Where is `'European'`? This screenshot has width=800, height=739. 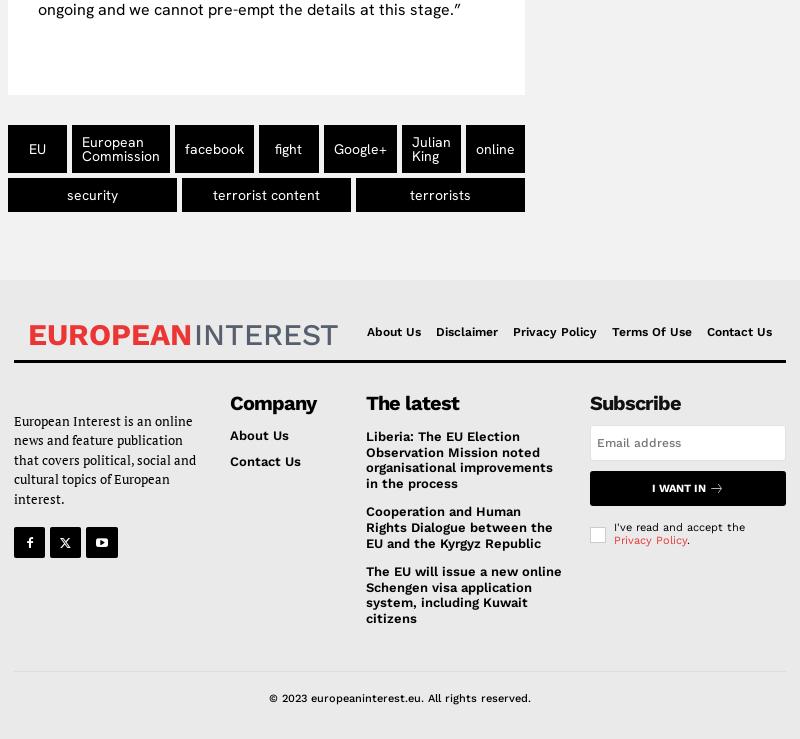 'European' is located at coordinates (109, 333).